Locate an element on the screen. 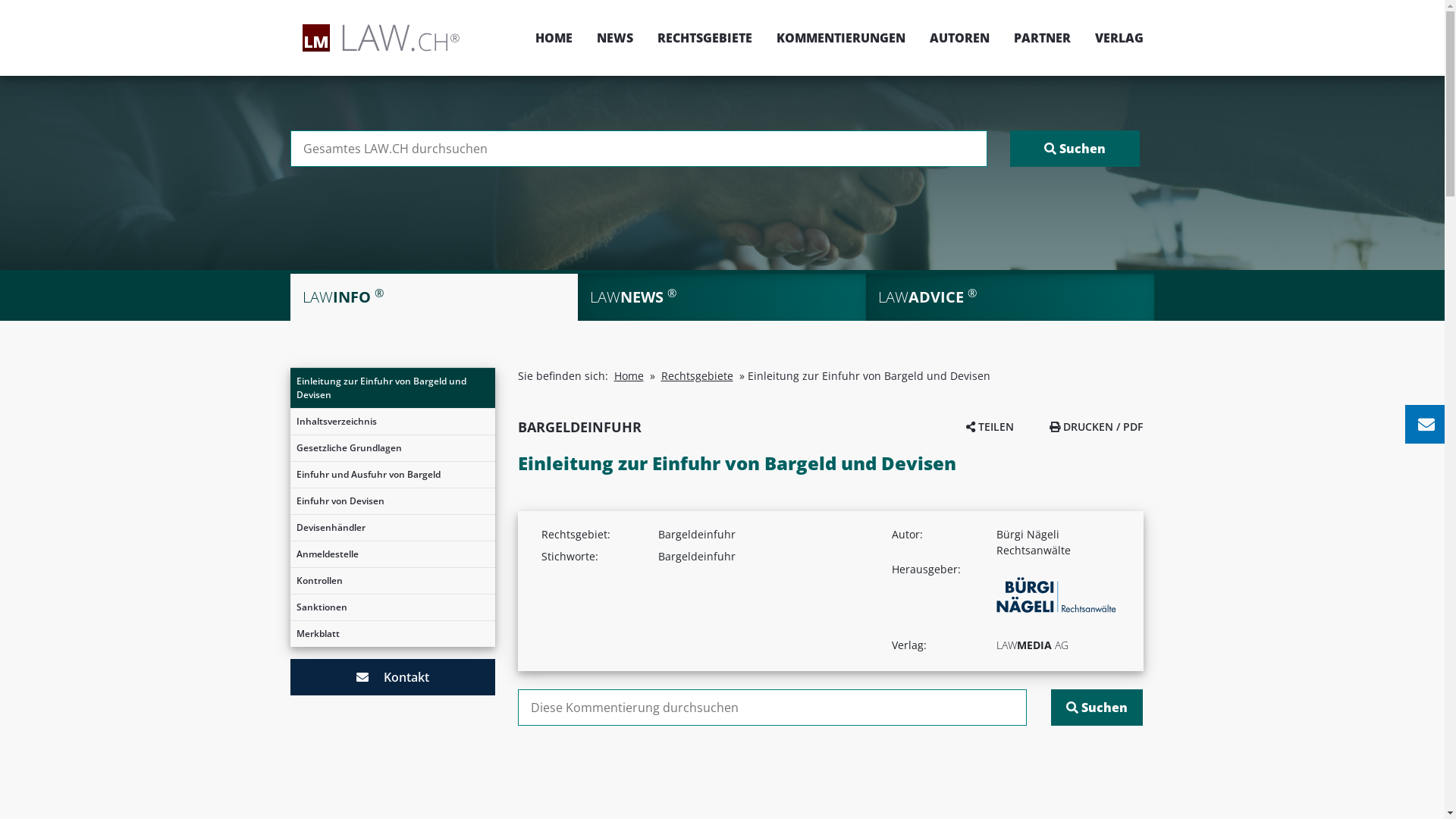 The height and width of the screenshot is (819, 1456). 'Rechtsgebiete' is located at coordinates (696, 375).